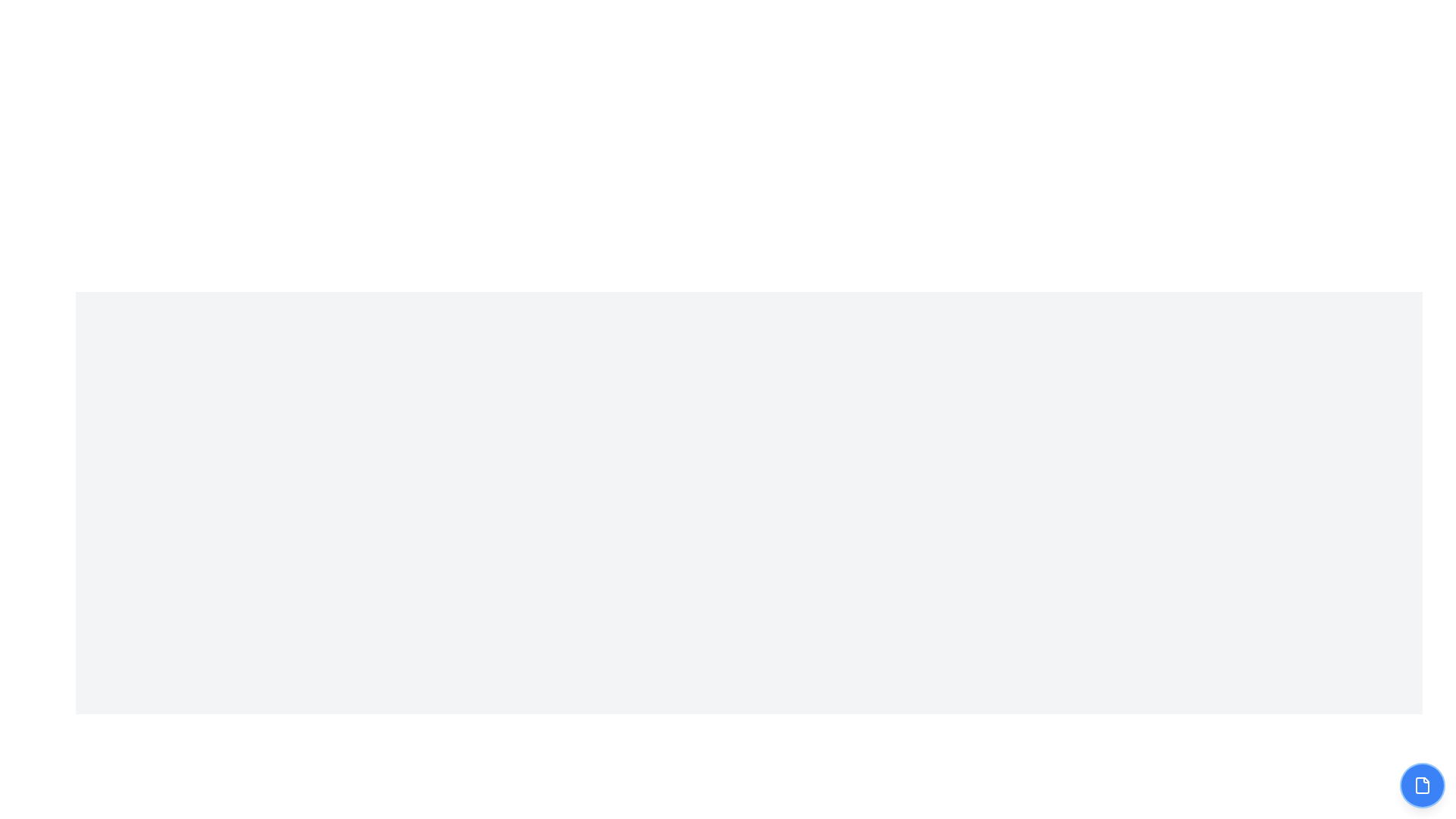 The width and height of the screenshot is (1456, 819). Describe the element at coordinates (1422, 785) in the screenshot. I see `the icon` at that location.